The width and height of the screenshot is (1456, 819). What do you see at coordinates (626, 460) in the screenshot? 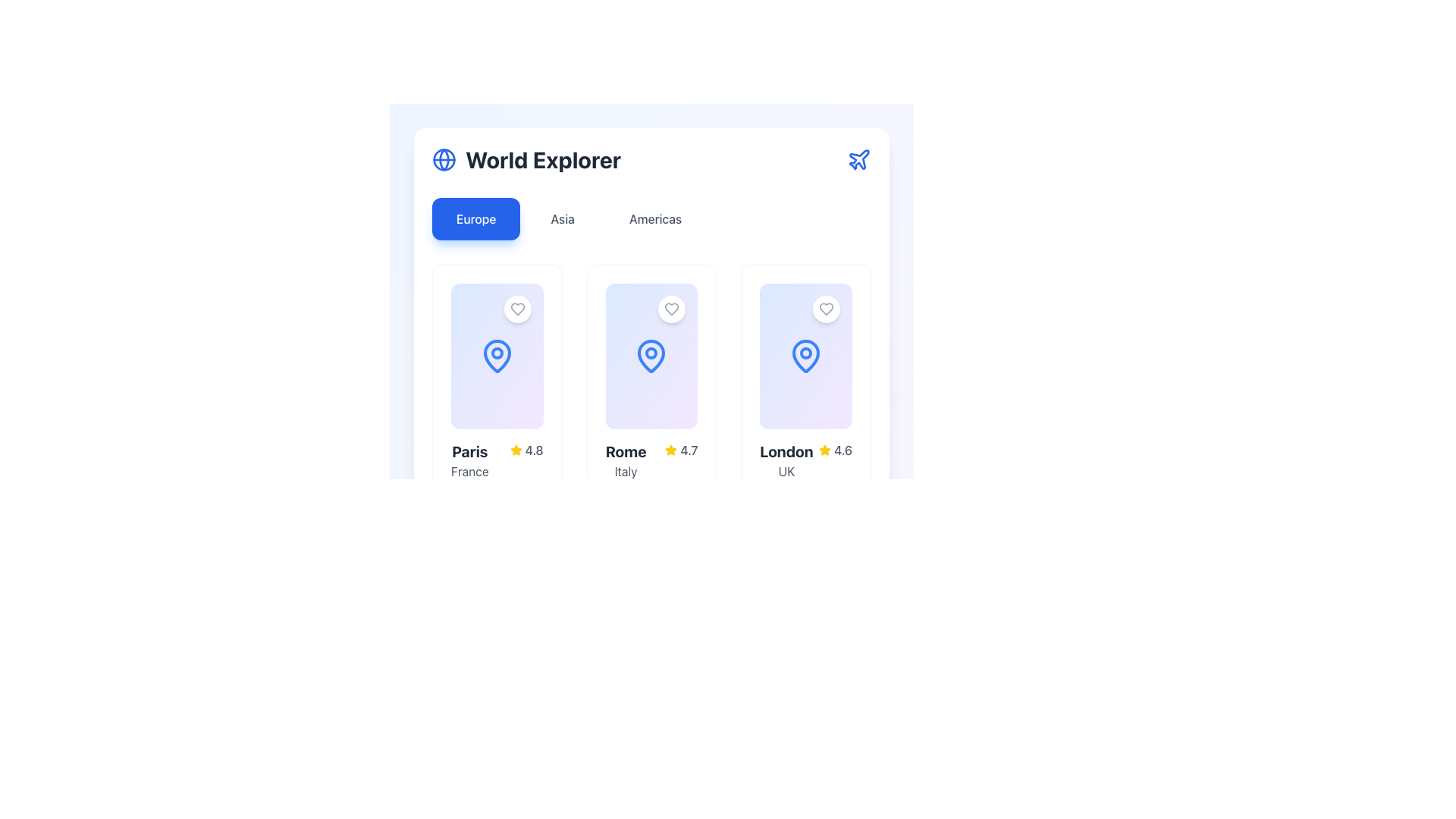
I see `the Composite text label displaying 'Rome' and its location 'Italy', located centrally in the second card of the Europe section in the World Explorer interface, positioned just above the associated rating and icon` at bounding box center [626, 460].